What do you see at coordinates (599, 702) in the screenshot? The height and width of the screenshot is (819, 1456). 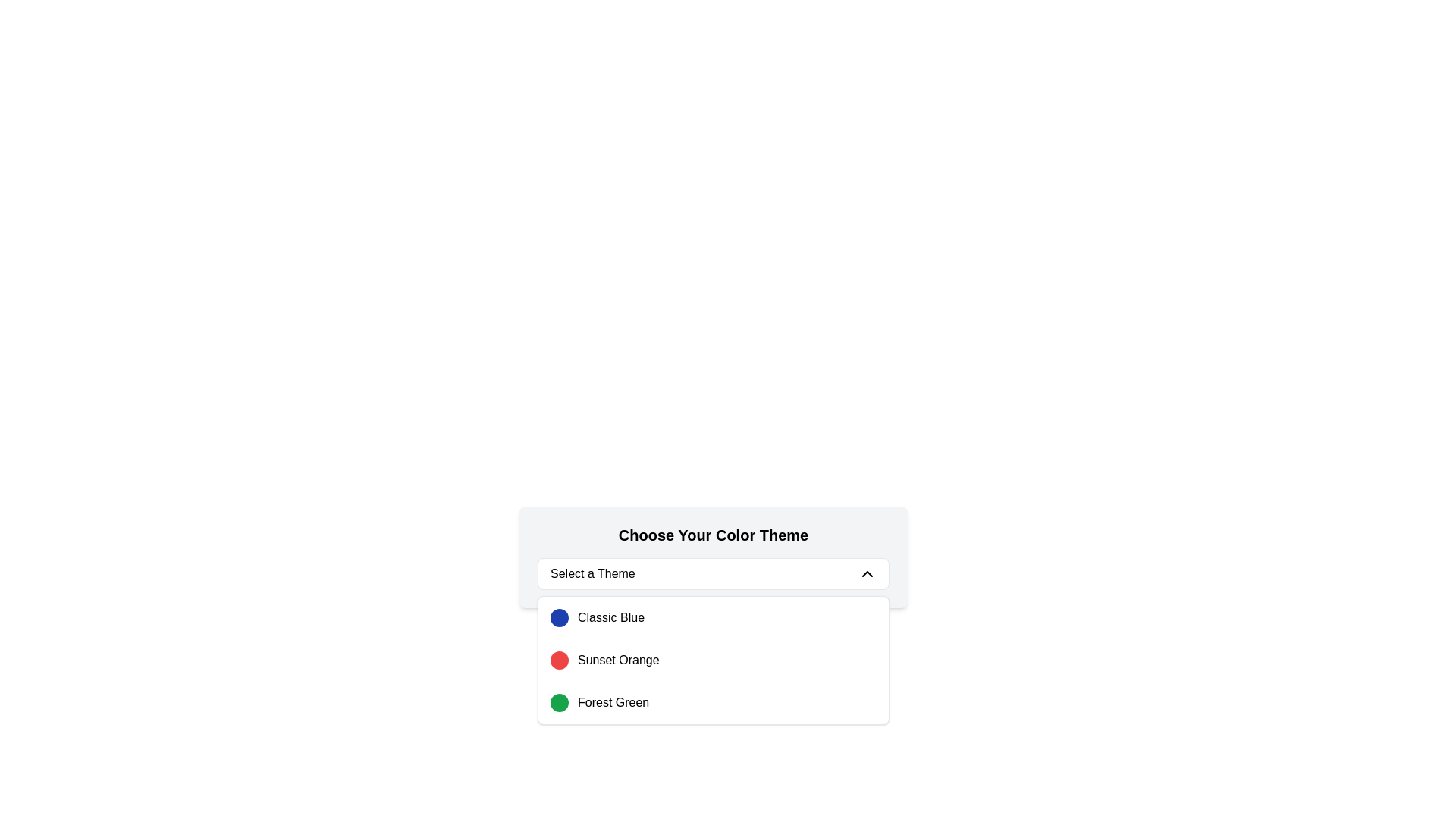 I see `the last selectable option in the 'Choose Your Color Theme' dropdown, which applies a 'Forest Green' theme` at bounding box center [599, 702].